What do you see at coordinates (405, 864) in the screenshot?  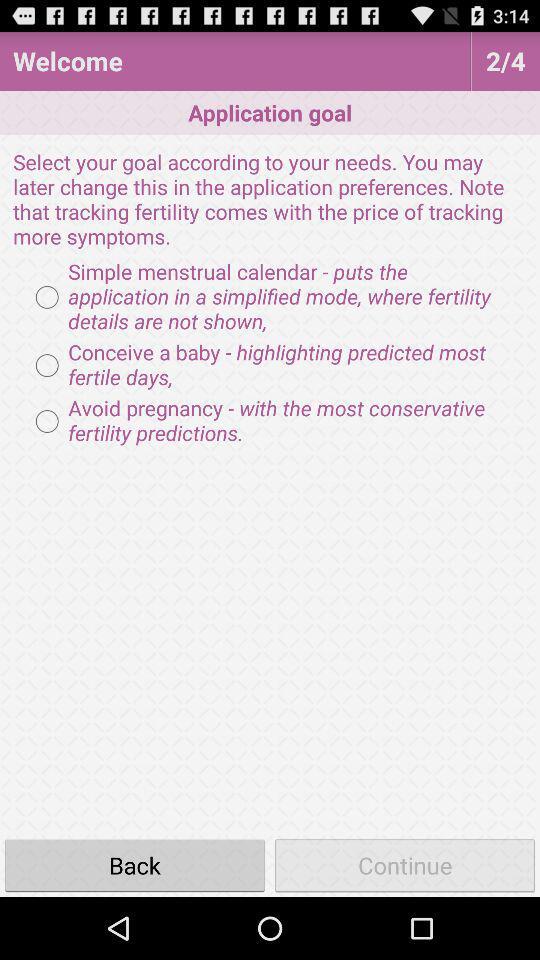 I see `continue item` at bounding box center [405, 864].